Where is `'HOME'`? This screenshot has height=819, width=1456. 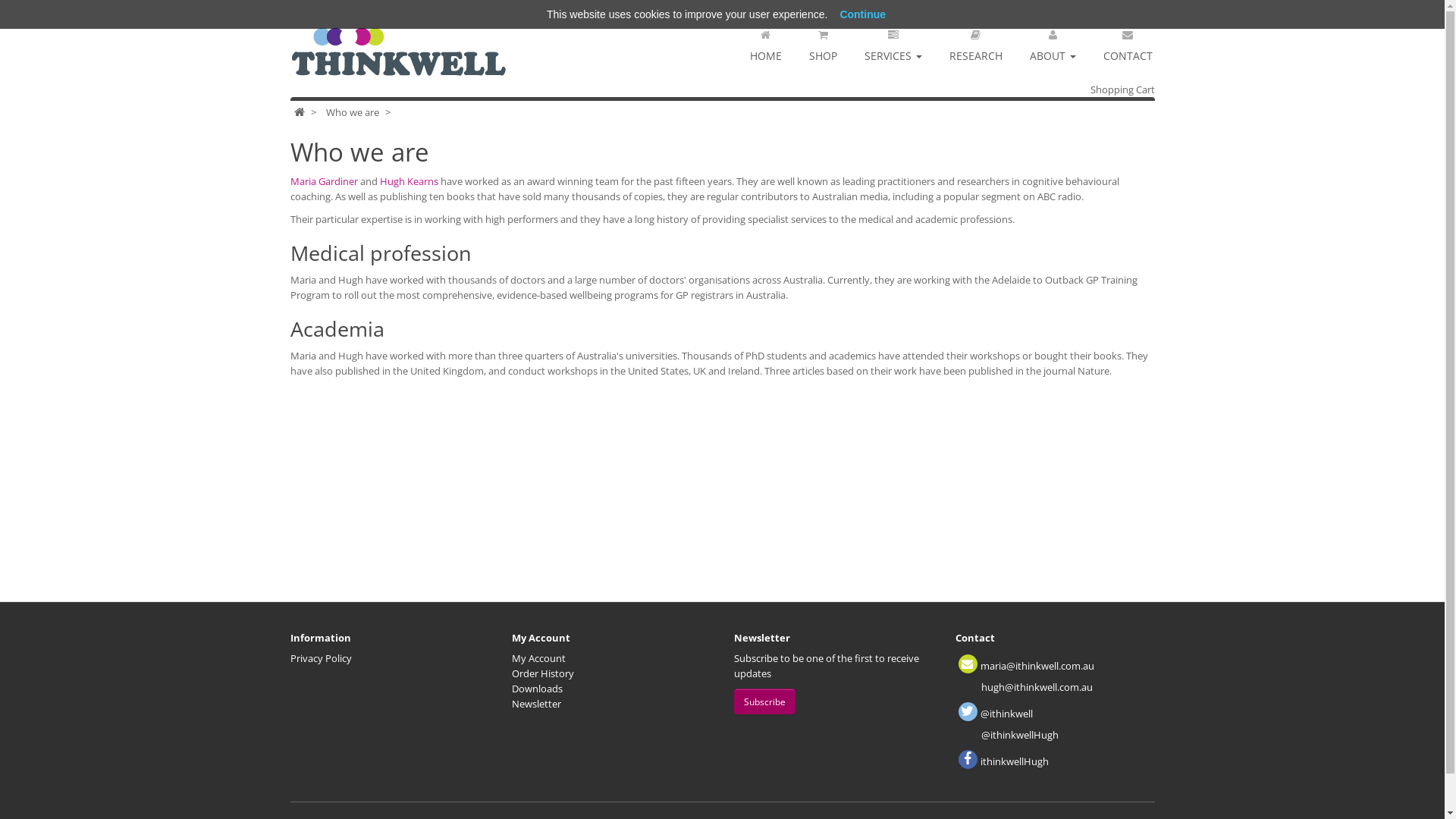 'HOME' is located at coordinates (764, 40).